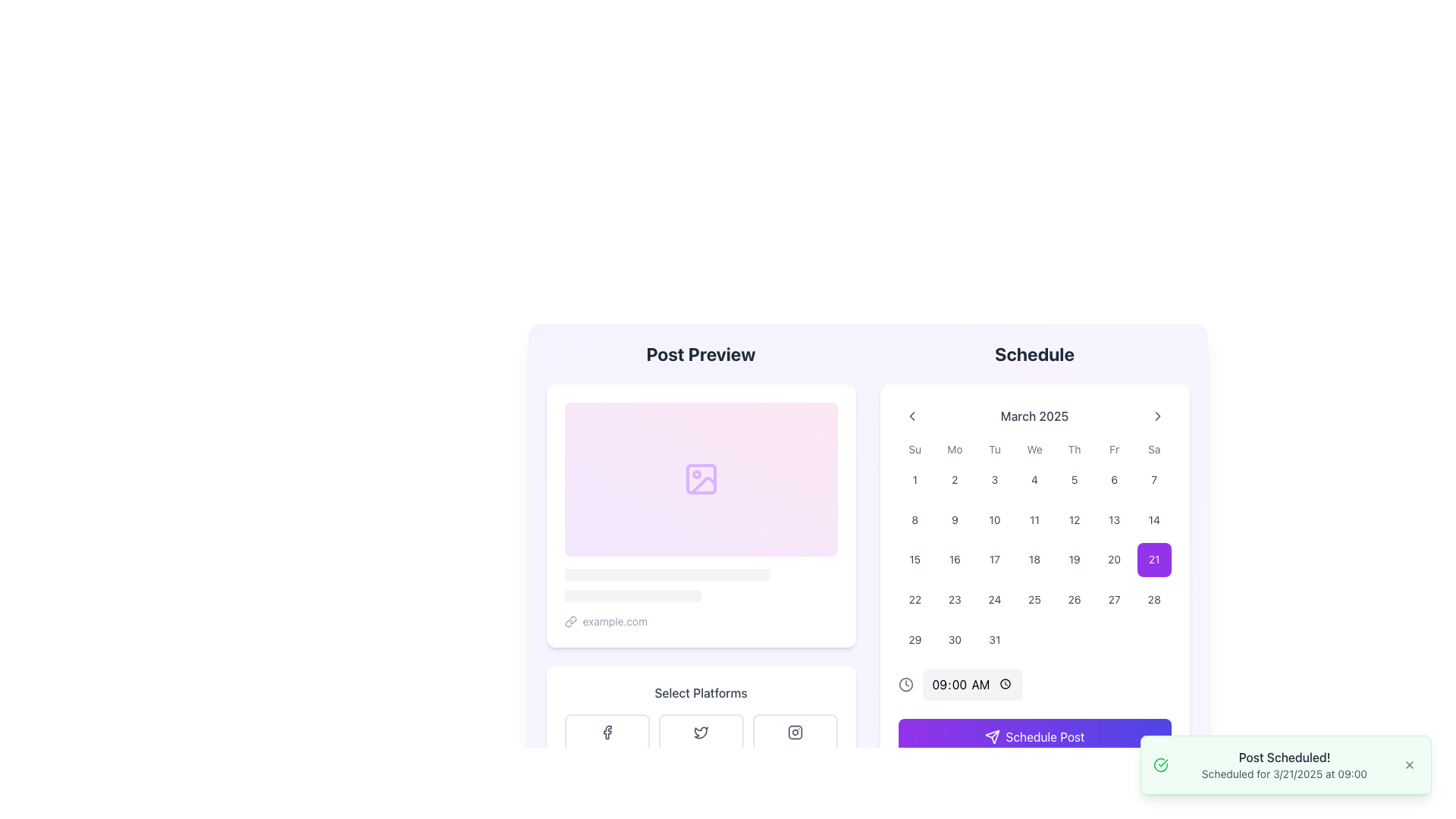  I want to click on the square-shaped button with the numeral '2' at its center, located in the calendar grid under the 'Mo' column, so click(953, 479).